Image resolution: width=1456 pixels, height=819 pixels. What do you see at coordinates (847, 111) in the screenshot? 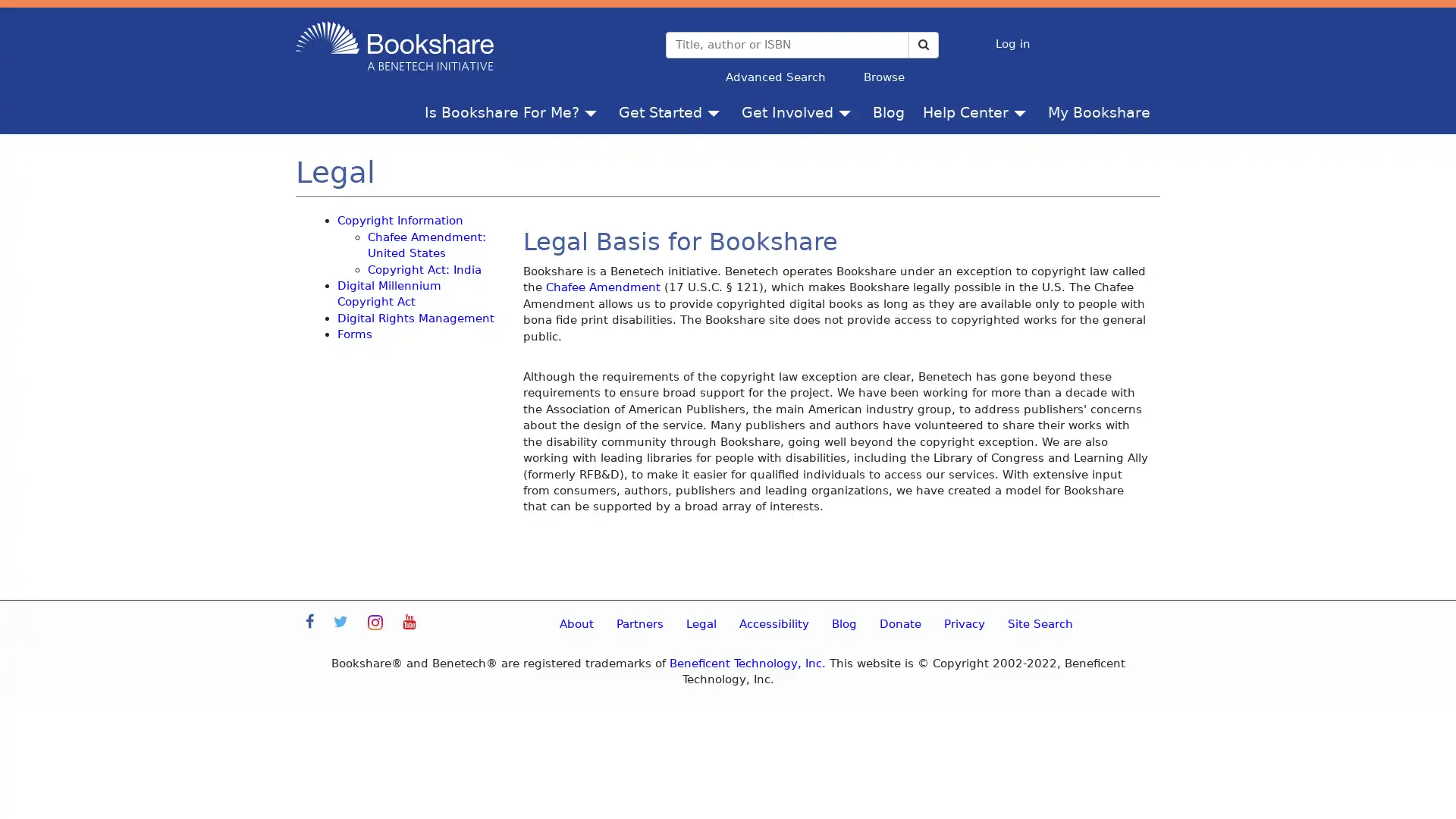
I see `Get Involved menu` at bounding box center [847, 111].